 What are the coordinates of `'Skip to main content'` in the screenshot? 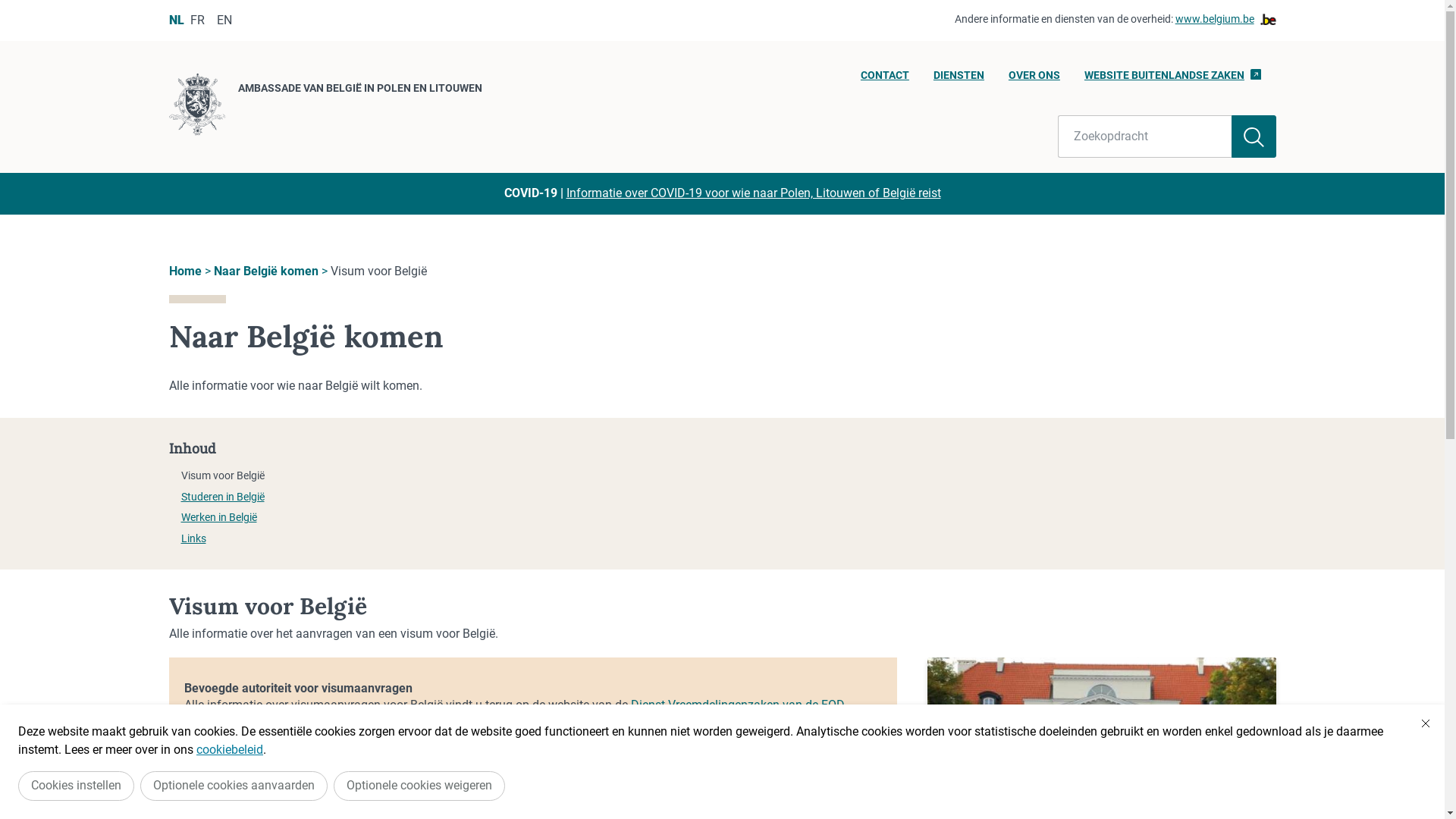 It's located at (0, 5).